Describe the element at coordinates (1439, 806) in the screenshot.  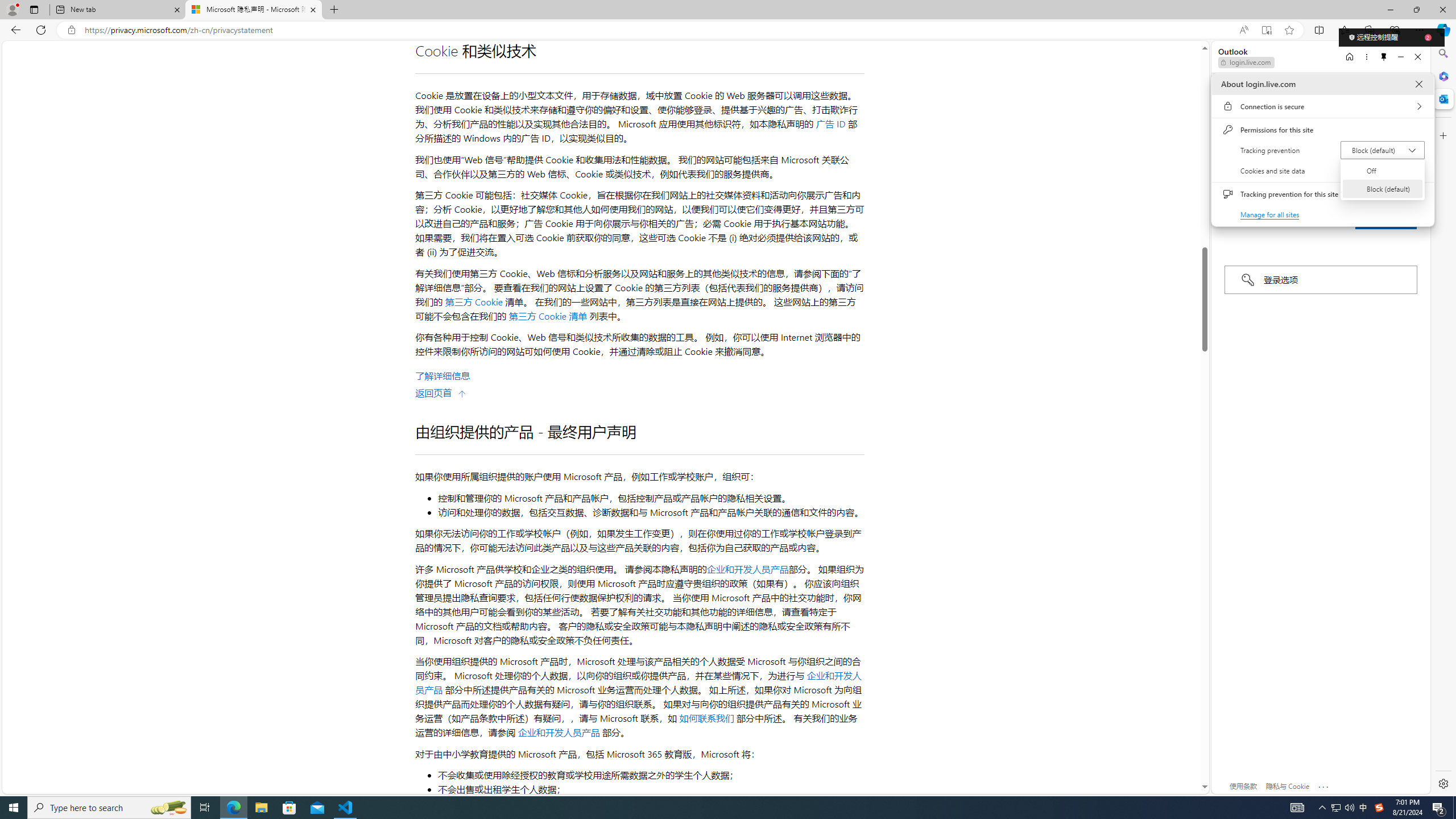
I see `'Action Center, 2 new notifications'` at that location.